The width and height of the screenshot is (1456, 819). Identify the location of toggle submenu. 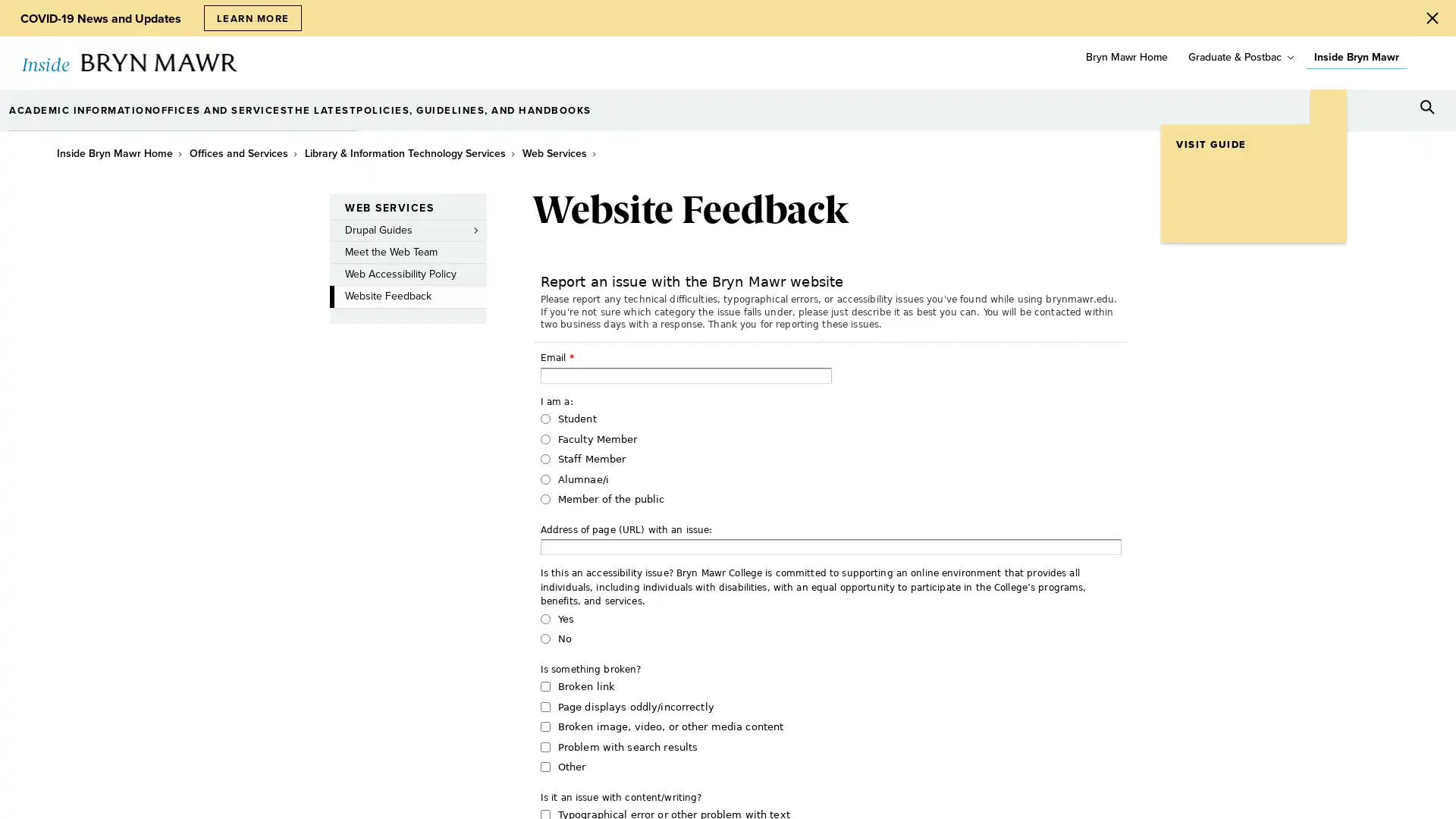
(174, 99).